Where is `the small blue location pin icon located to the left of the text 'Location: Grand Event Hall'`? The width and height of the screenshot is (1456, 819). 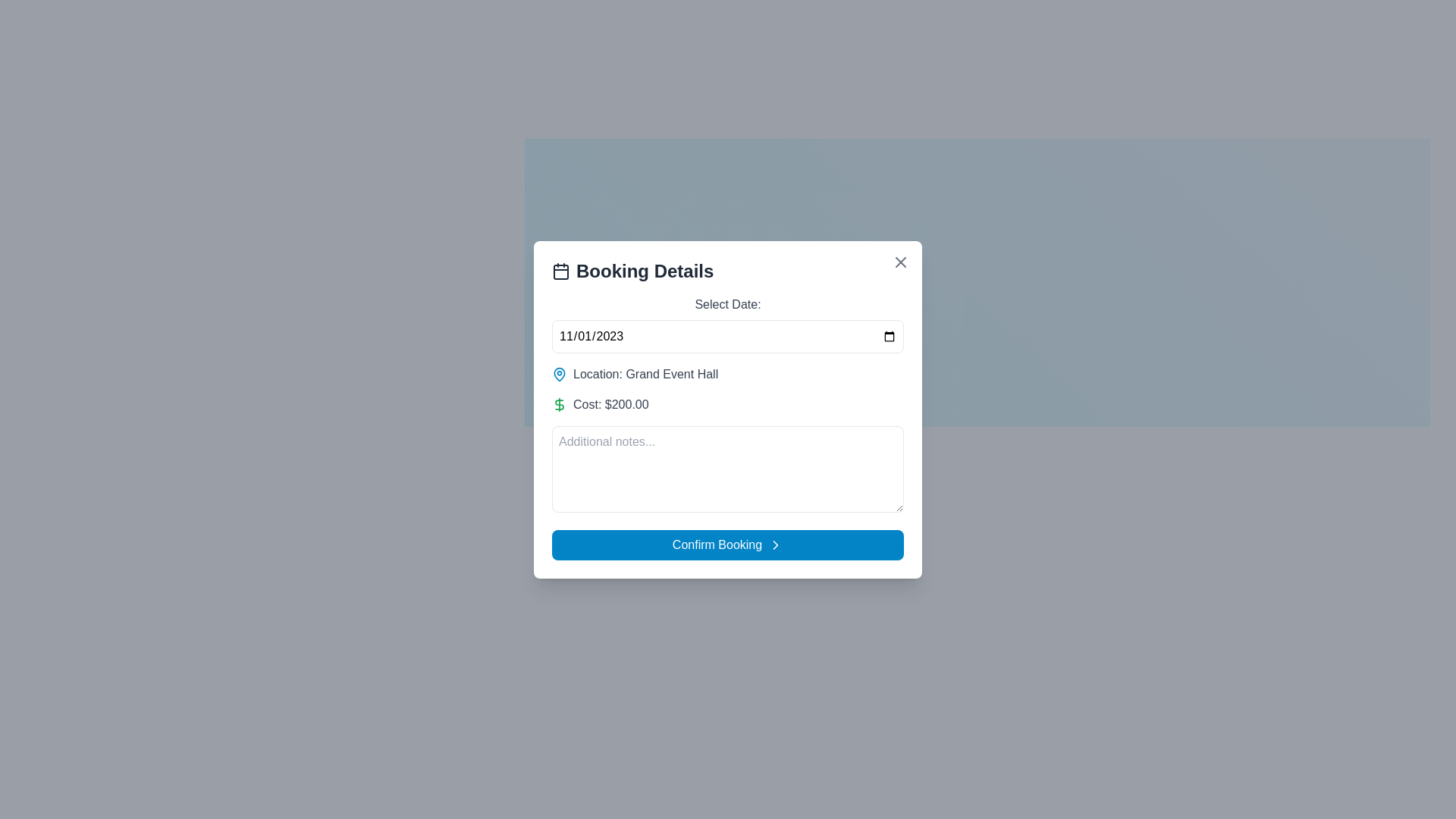
the small blue location pin icon located to the left of the text 'Location: Grand Event Hall' is located at coordinates (559, 374).